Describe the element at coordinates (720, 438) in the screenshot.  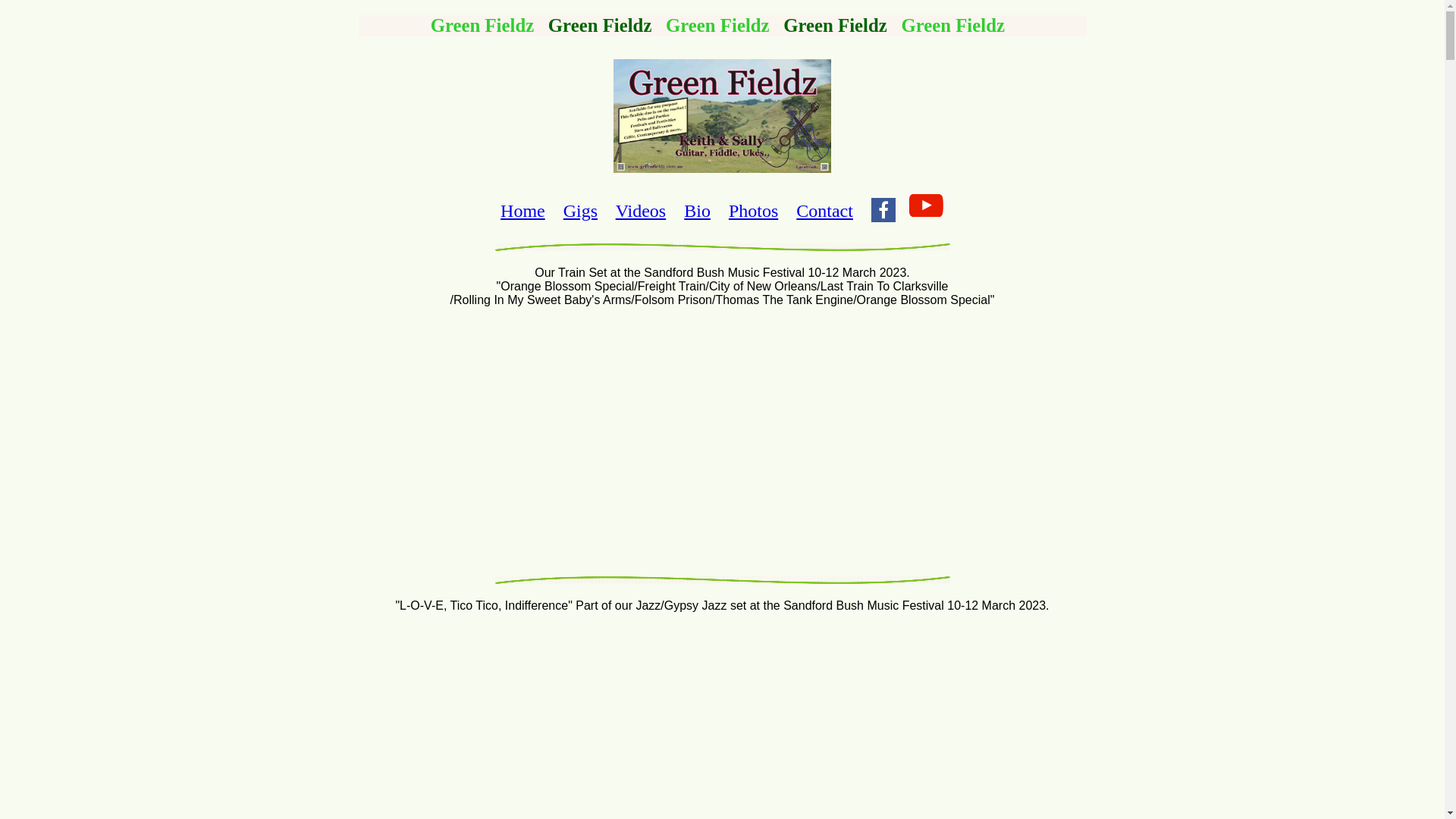
I see `'YouTube video player'` at that location.